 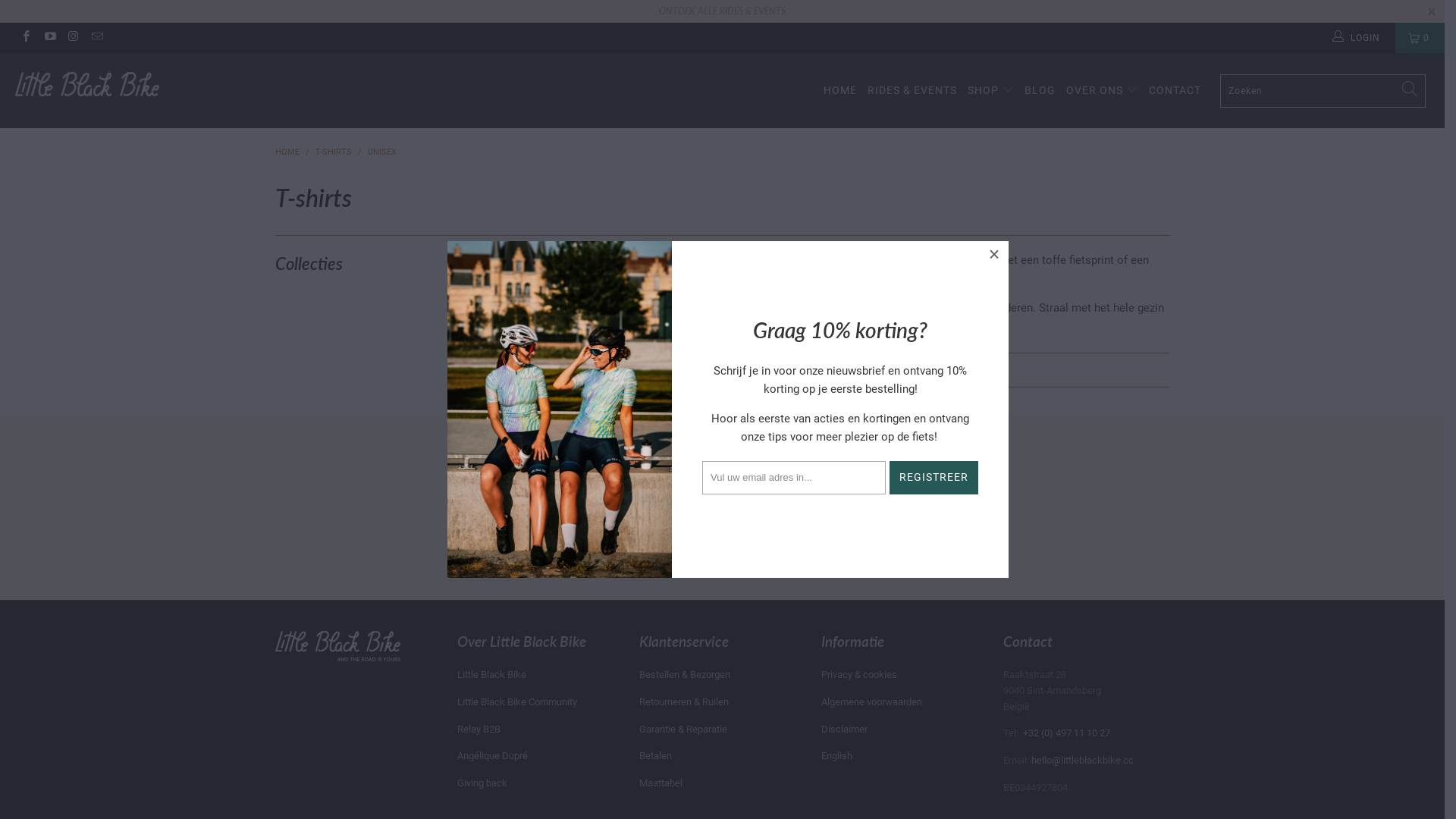 What do you see at coordinates (477, 728) in the screenshot?
I see `'Relay B2B'` at bounding box center [477, 728].